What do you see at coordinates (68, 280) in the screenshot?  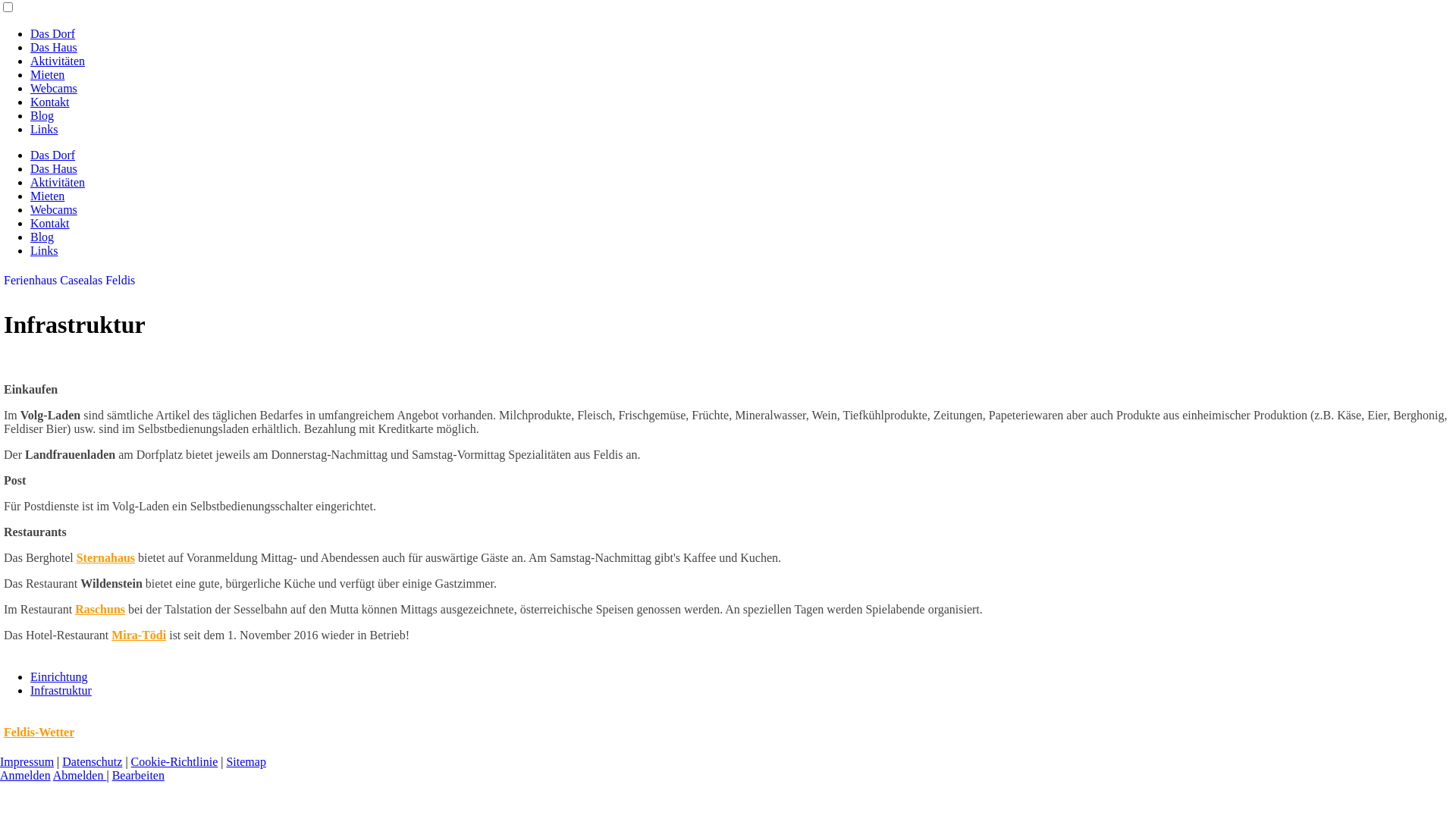 I see `'Ferienhaus Casealas Feldis'` at bounding box center [68, 280].